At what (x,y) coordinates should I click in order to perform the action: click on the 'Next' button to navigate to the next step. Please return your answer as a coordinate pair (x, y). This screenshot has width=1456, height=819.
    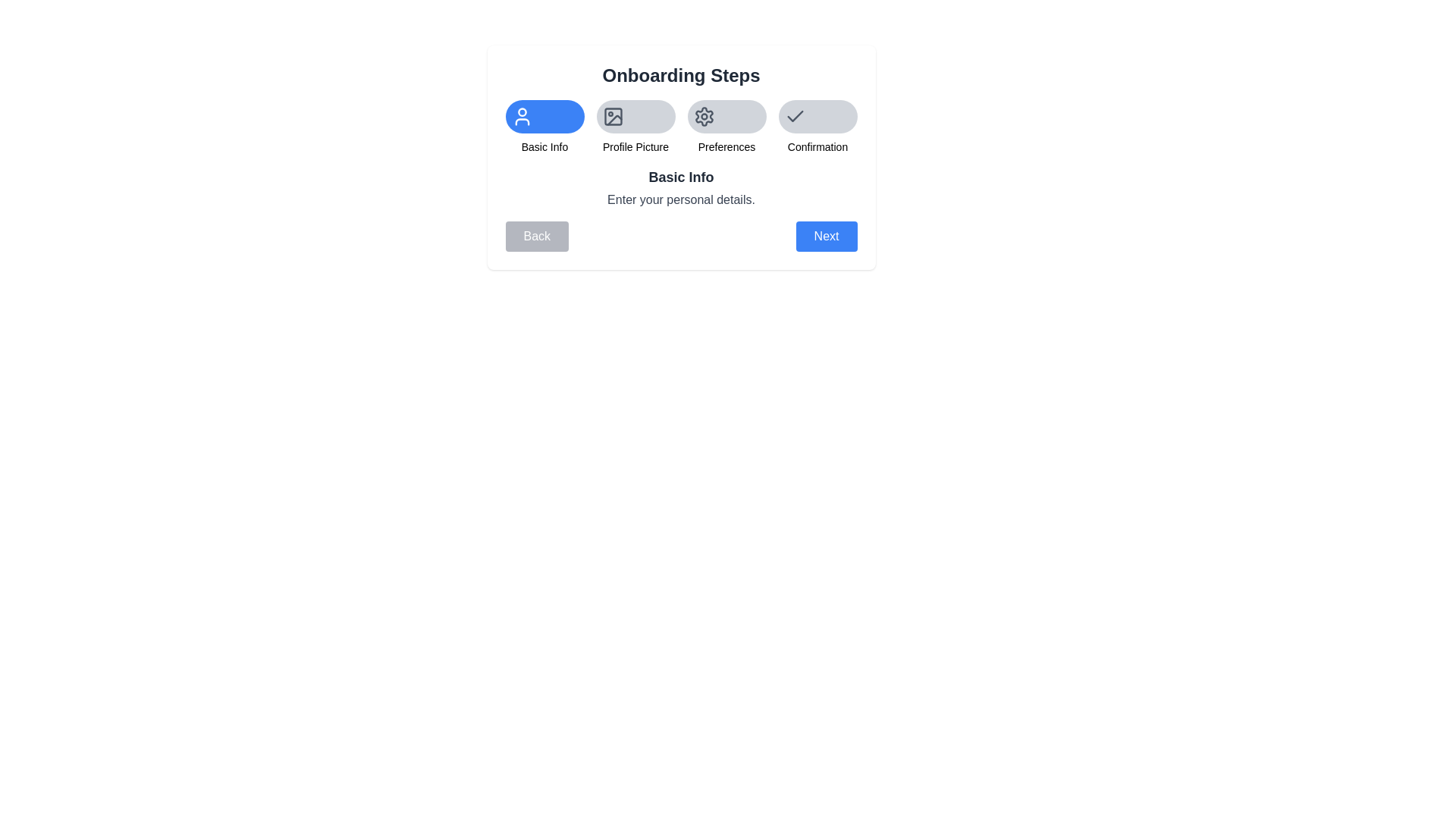
    Looking at the image, I should click on (825, 237).